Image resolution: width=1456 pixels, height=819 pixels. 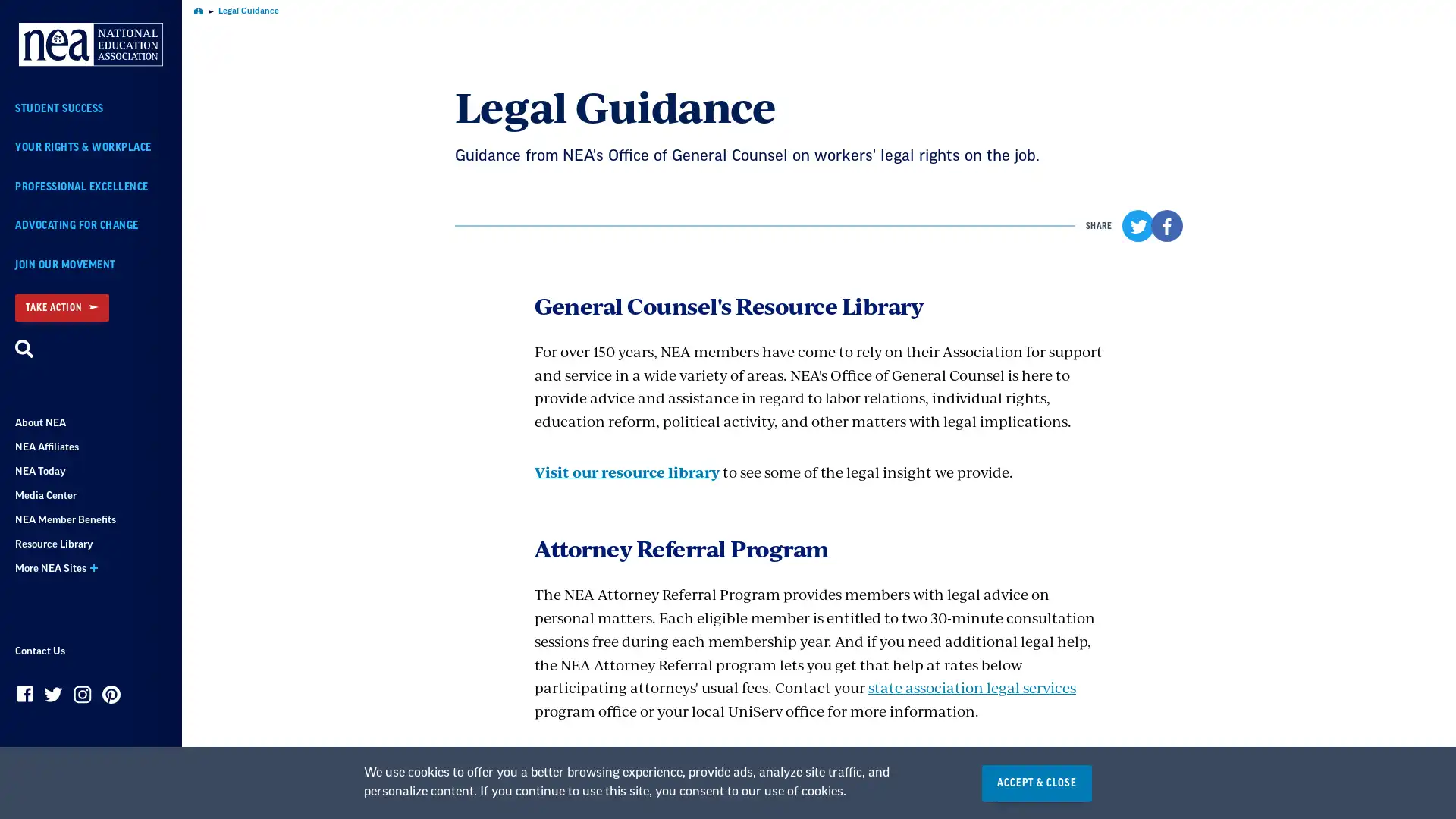 I want to click on More NEA Sites, so click(x=90, y=568).